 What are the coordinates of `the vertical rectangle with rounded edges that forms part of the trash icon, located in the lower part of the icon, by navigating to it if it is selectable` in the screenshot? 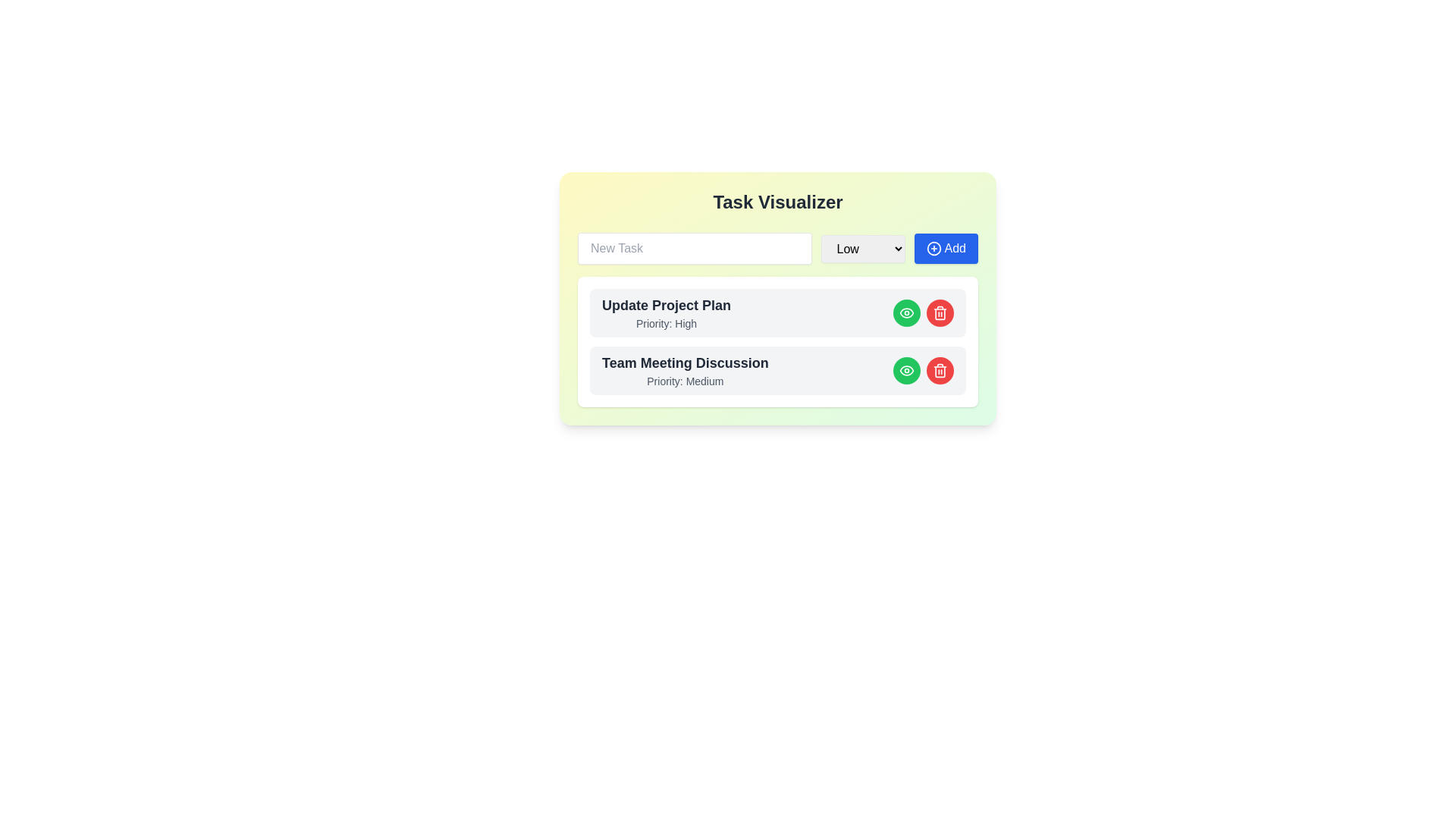 It's located at (939, 312).